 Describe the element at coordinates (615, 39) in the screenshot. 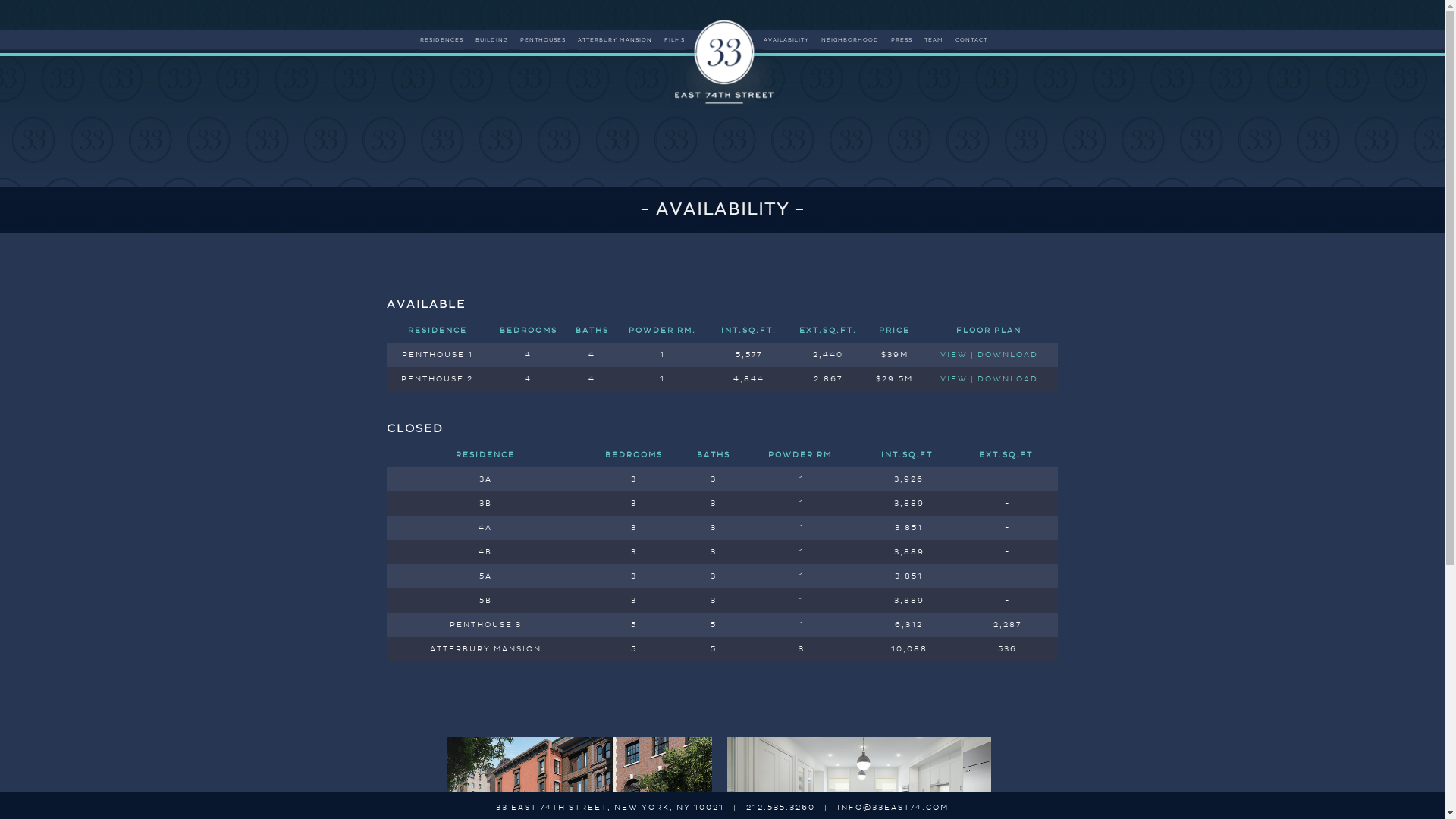

I see `'ATTERBURY MANSION'` at that location.